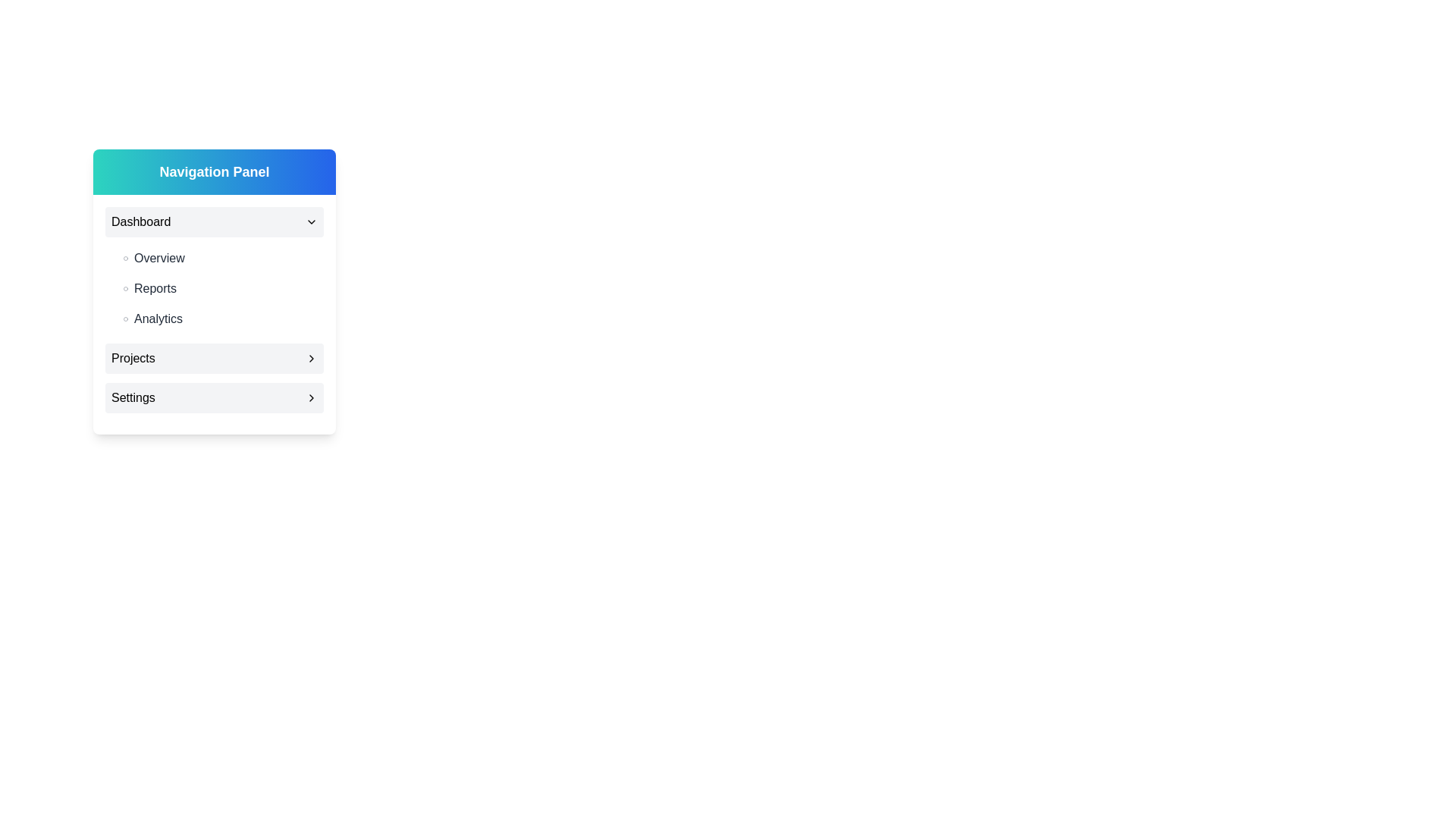 This screenshot has height=819, width=1456. What do you see at coordinates (214, 397) in the screenshot?
I see `the 'Settings' button with a light gray background and rounded corners located in the vertical navigation menu below the 'Projects' button` at bounding box center [214, 397].